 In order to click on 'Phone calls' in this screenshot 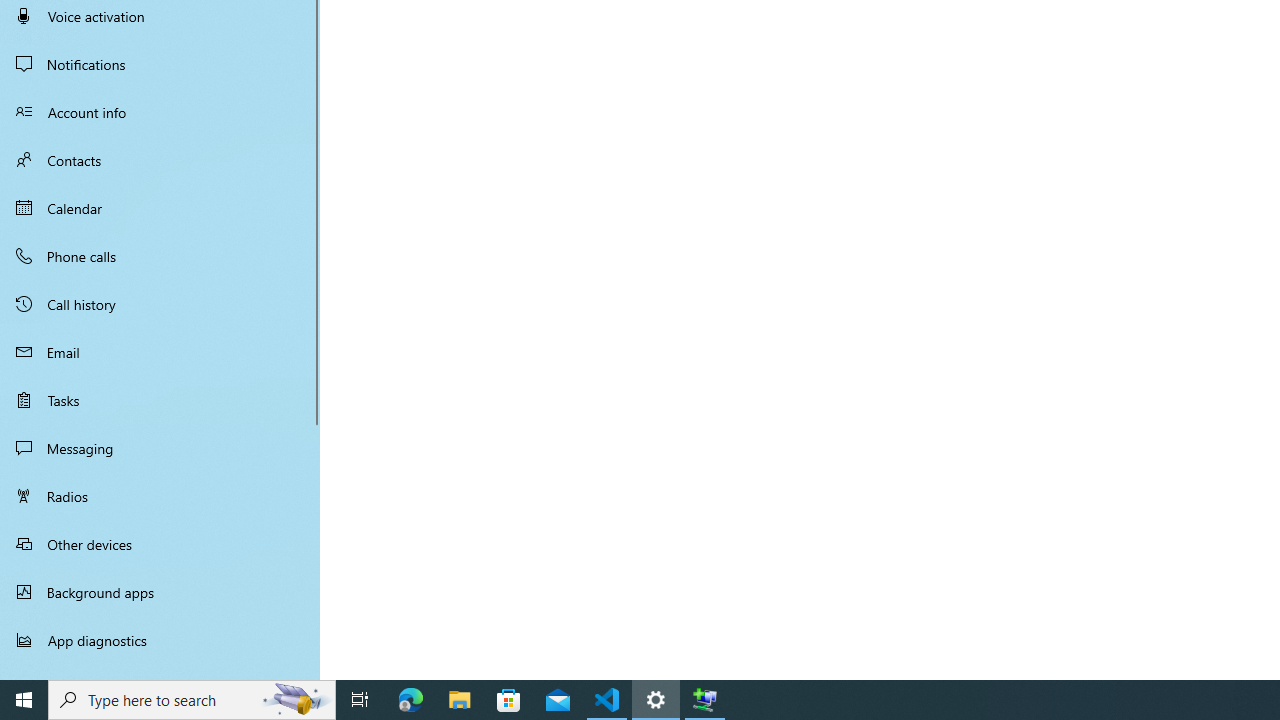, I will do `click(160, 254)`.